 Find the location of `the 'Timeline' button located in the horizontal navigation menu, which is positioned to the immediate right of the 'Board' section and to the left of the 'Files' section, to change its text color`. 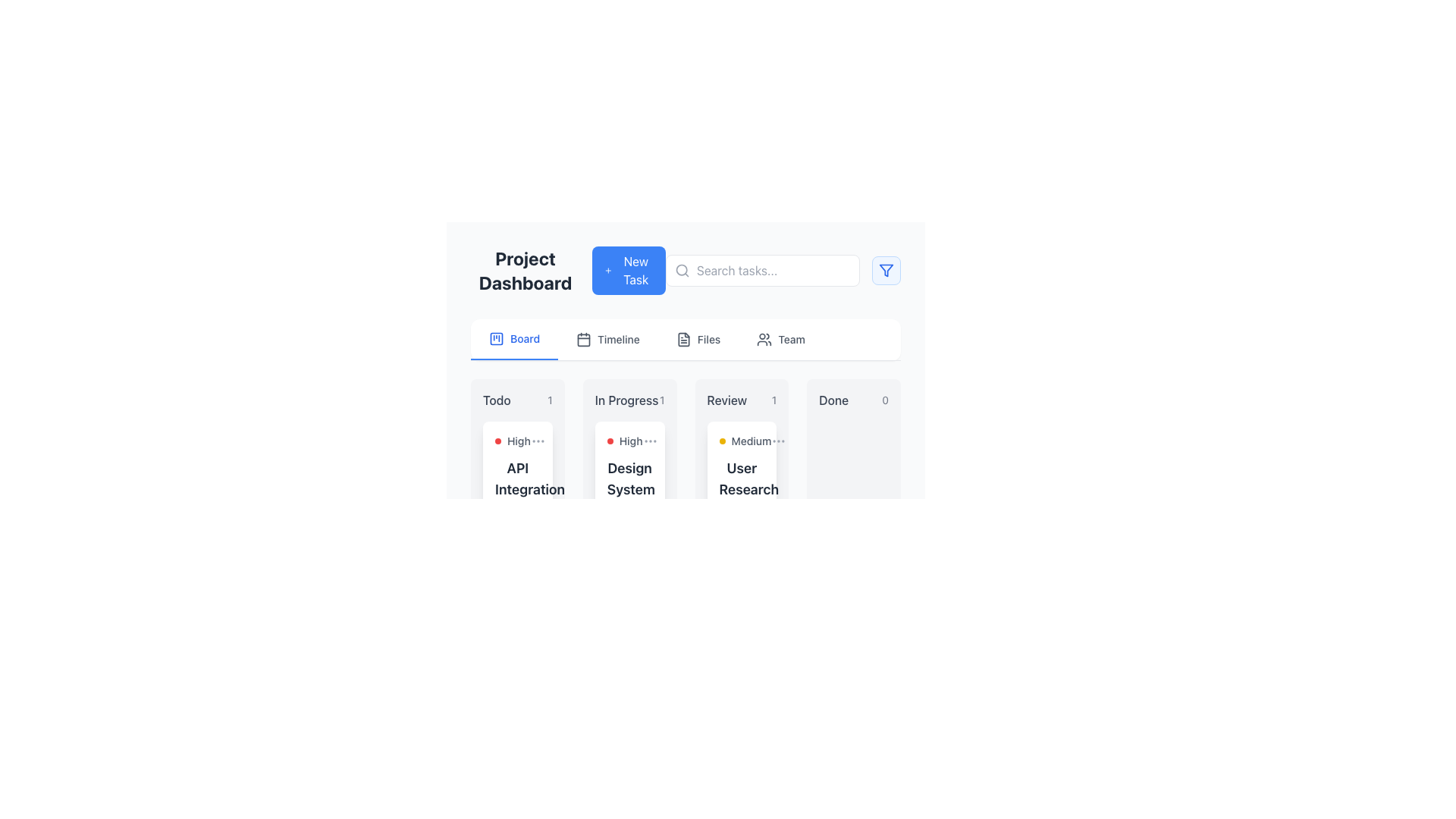

the 'Timeline' button located in the horizontal navigation menu, which is positioned to the immediate right of the 'Board' section and to the left of the 'Files' section, to change its text color is located at coordinates (607, 338).